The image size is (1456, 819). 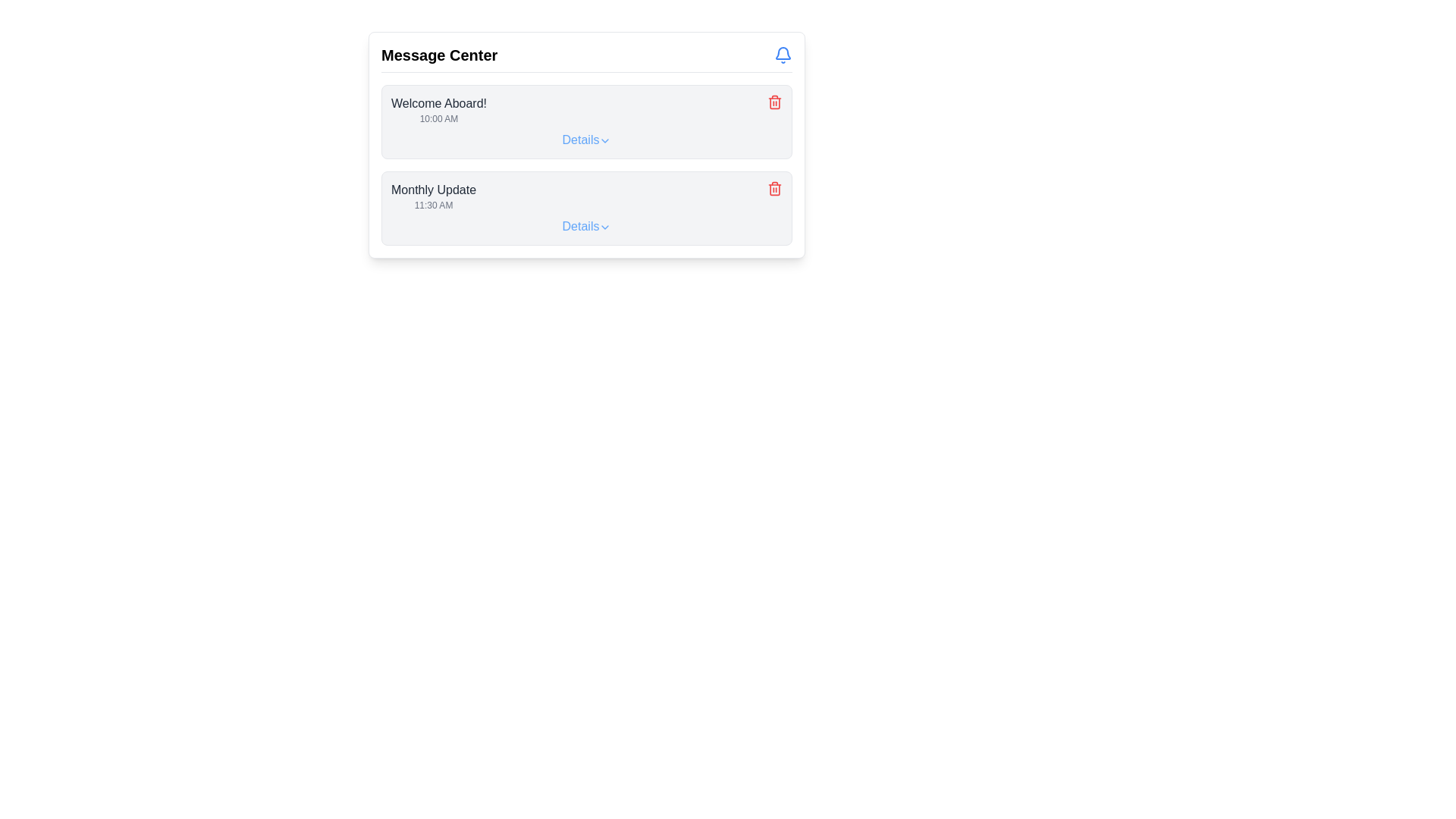 I want to click on the red trash bin icon delete button located at the far-right of the 'Monthly Update' message section, so click(x=775, y=188).